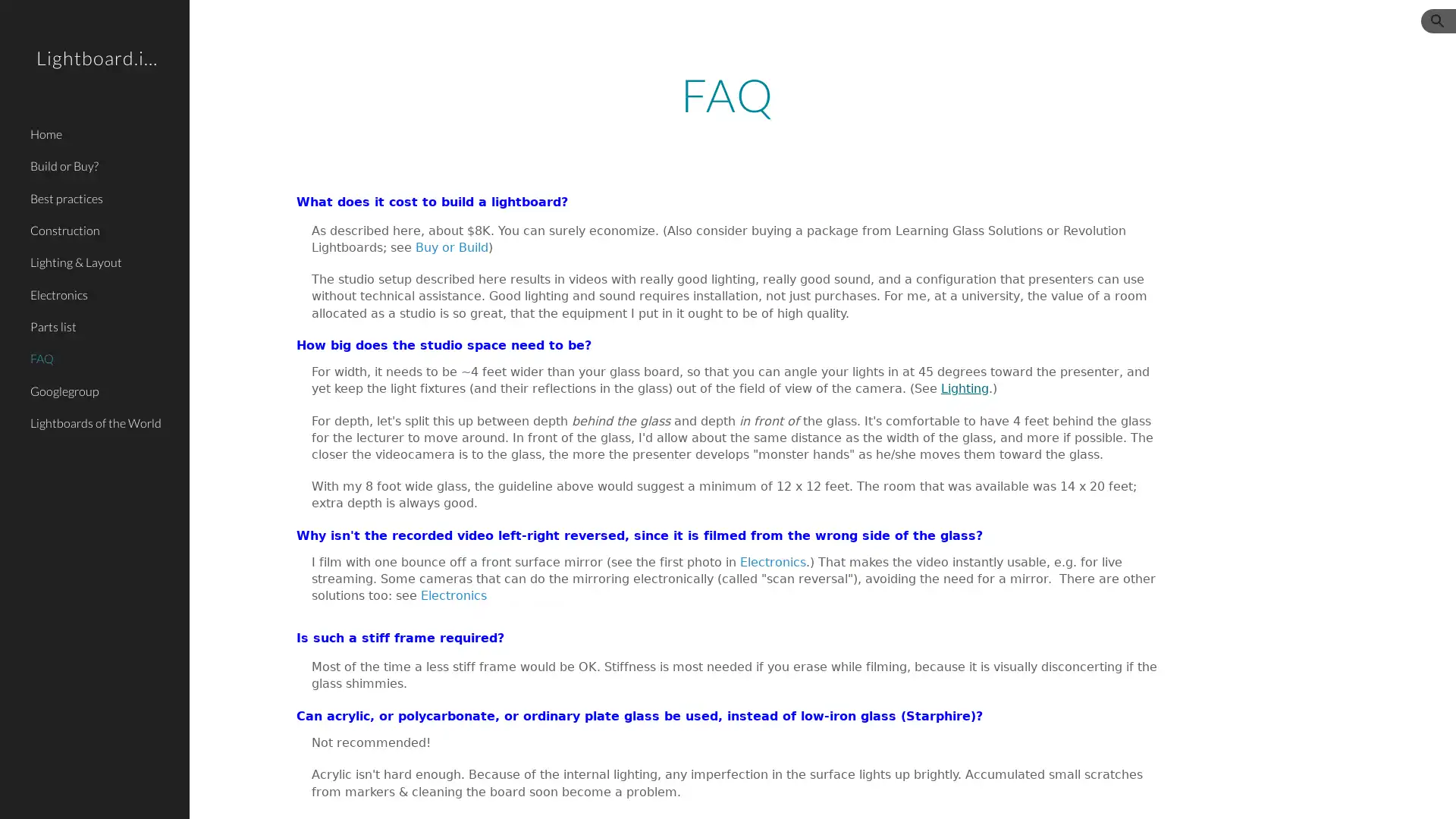 The image size is (1456, 819). Describe the element at coordinates (597, 28) in the screenshot. I see `Skip to main content` at that location.